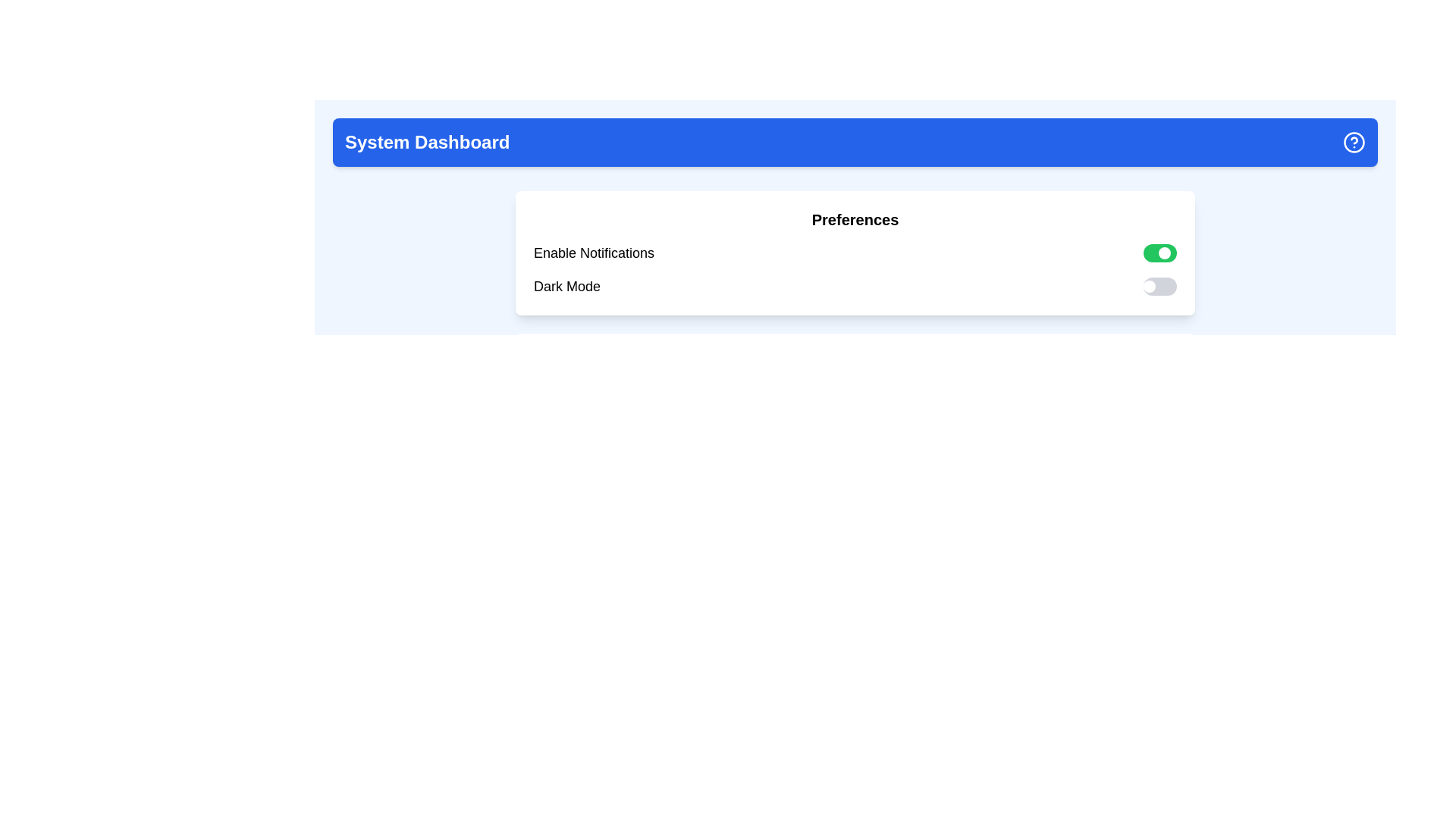 This screenshot has width=1456, height=819. I want to click on the toggle switch for enabling or disabling the 'Enable Notifications' setting, located in the preferences section, to the immediate right of the 'Enable Notifications' text label, so click(1159, 253).